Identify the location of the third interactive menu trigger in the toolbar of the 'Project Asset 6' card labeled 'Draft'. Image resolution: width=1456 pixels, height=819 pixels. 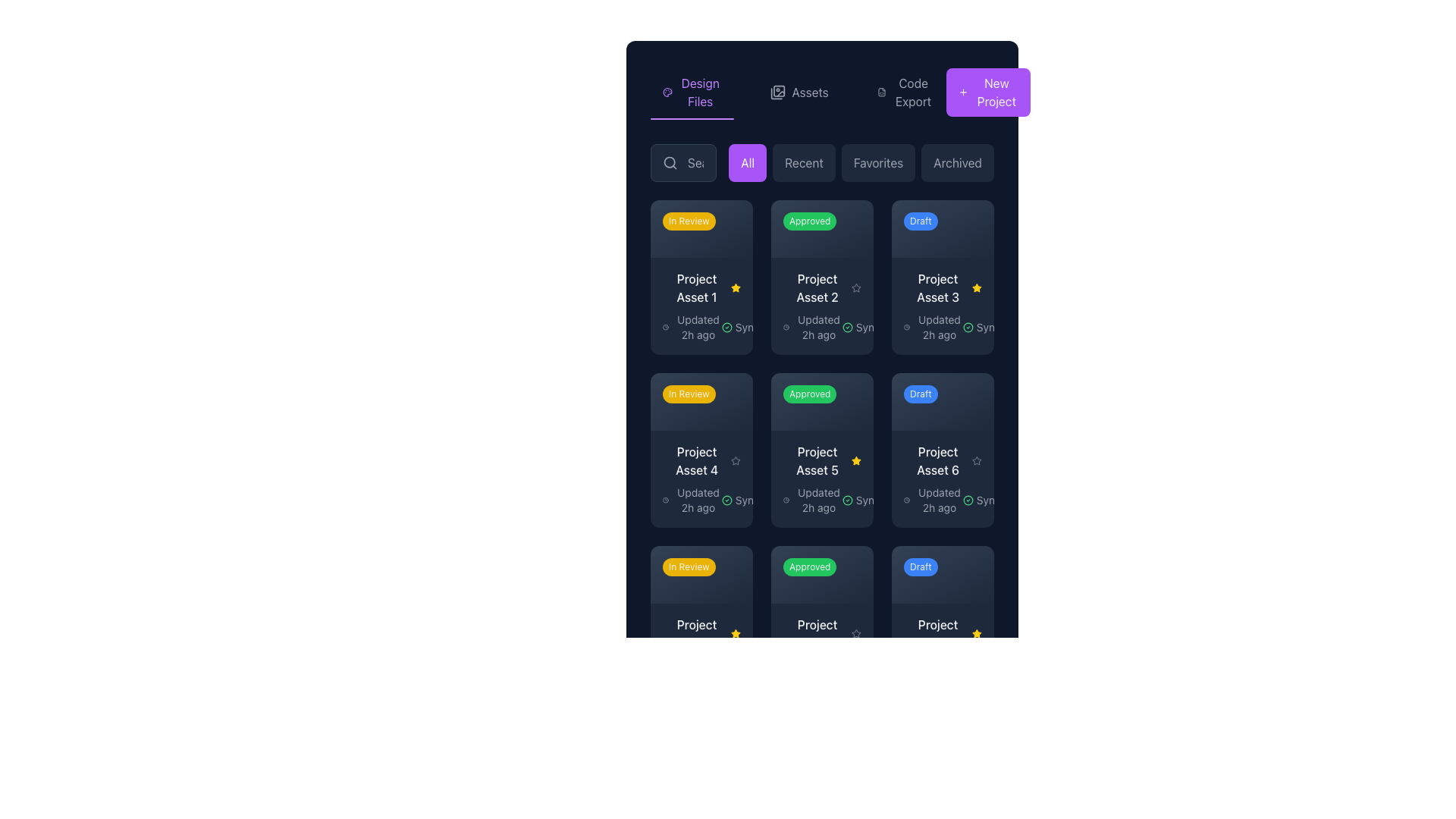
(968, 570).